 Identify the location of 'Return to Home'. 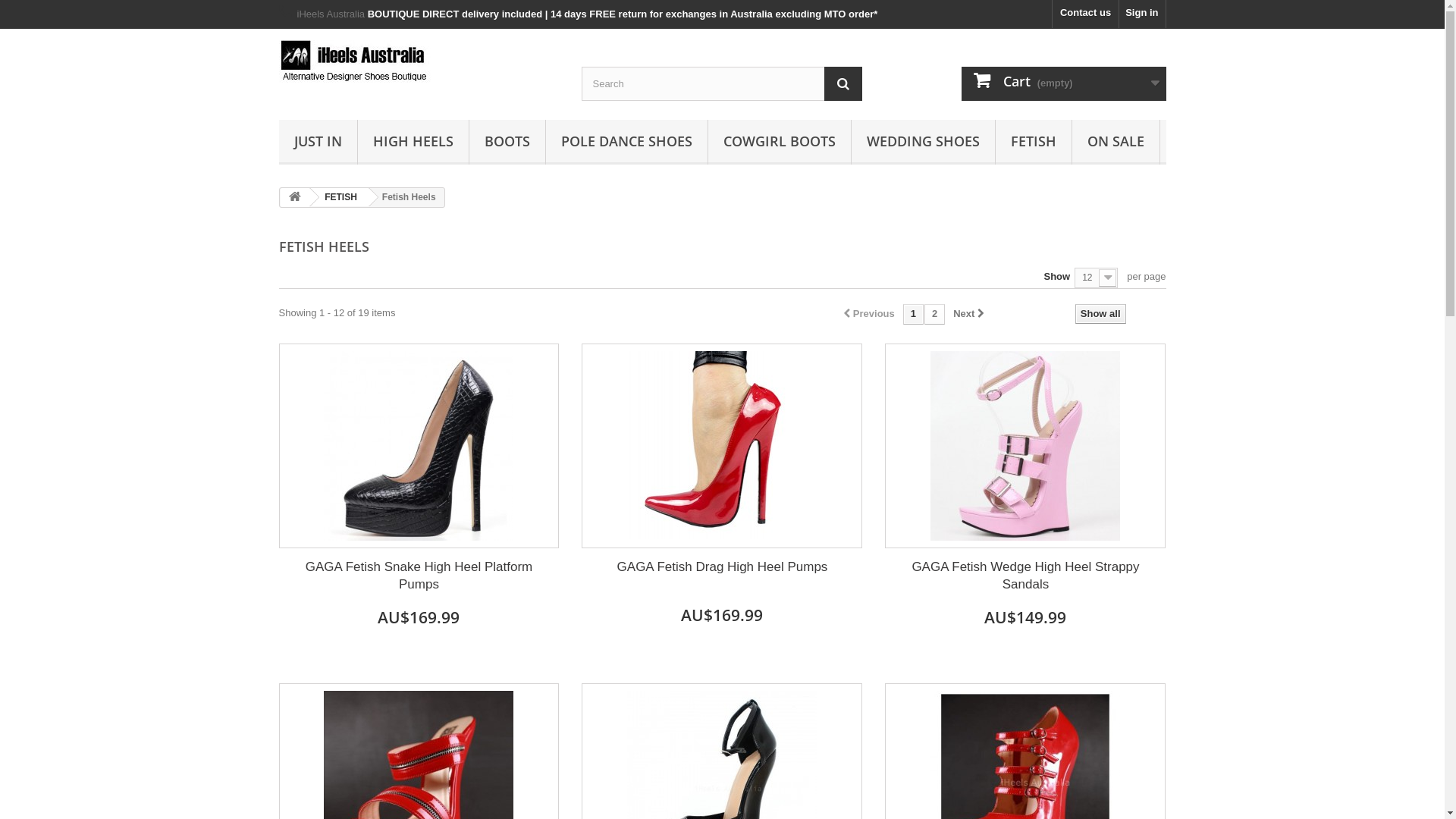
(294, 196).